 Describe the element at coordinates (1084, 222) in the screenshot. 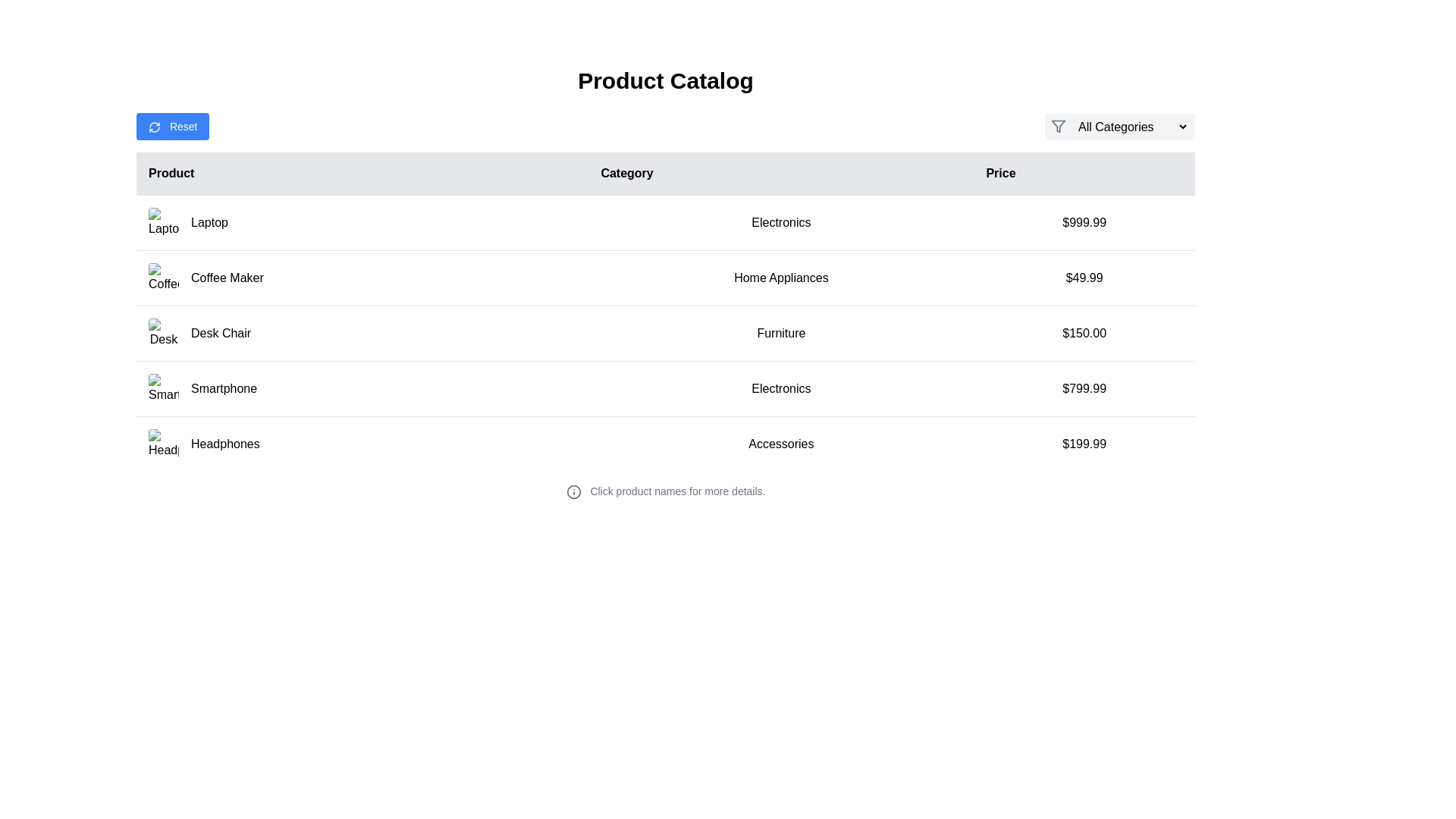

I see `the price label displaying '$999.99' in the 'Price' column of the Laptop product row` at that location.